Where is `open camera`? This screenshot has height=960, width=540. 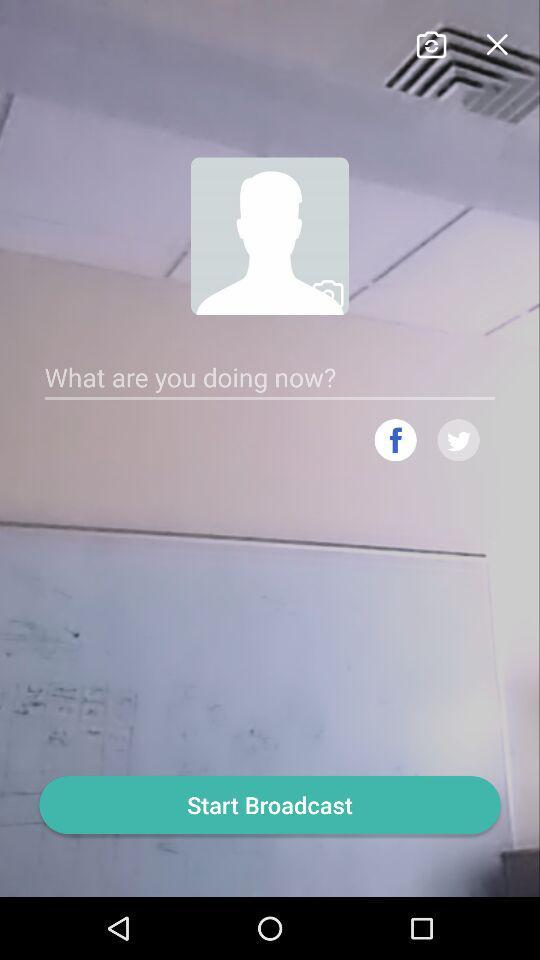
open camera is located at coordinates (430, 41).